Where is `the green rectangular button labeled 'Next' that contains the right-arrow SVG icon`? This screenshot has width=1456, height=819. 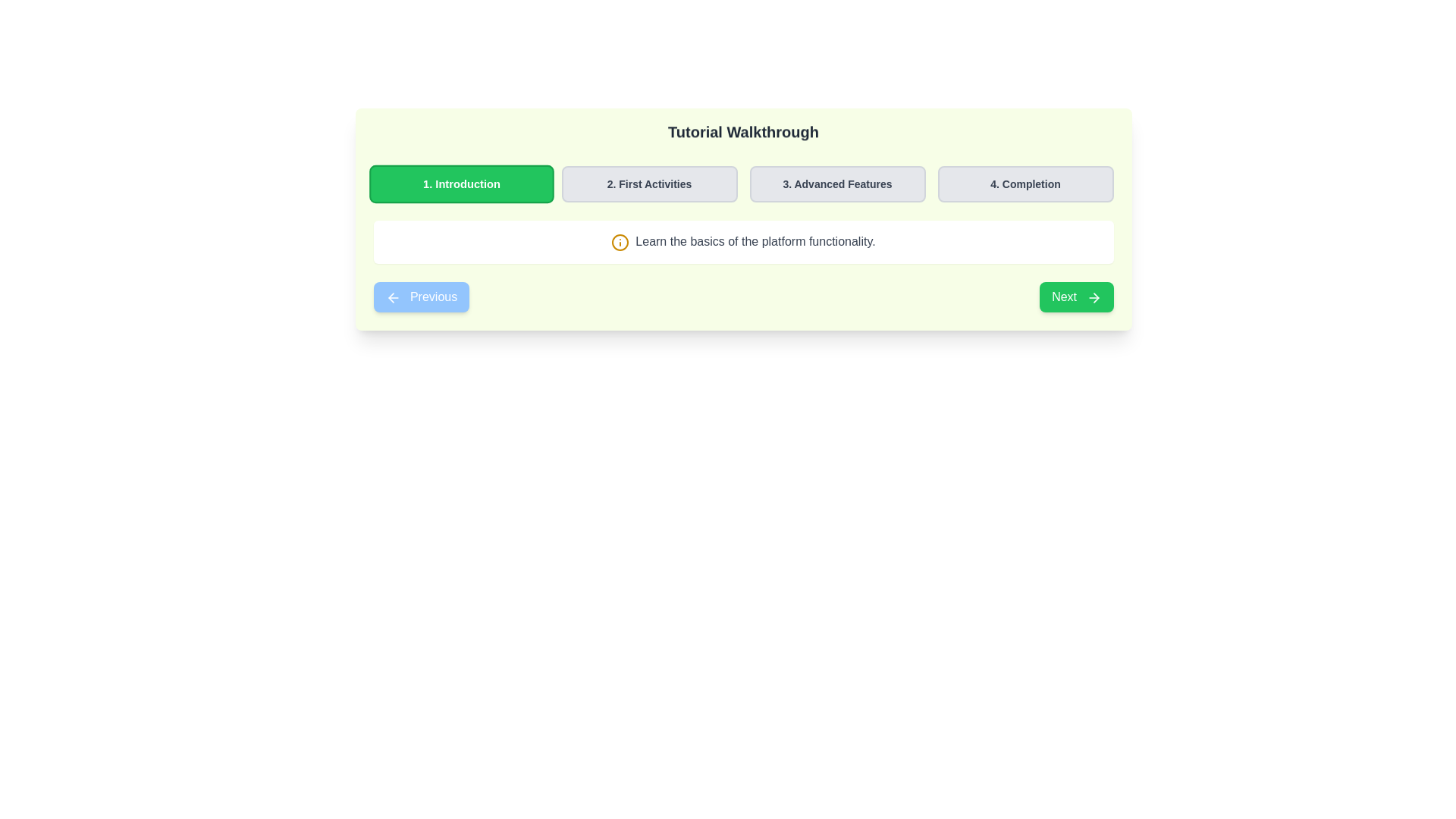
the green rectangular button labeled 'Next' that contains the right-arrow SVG icon is located at coordinates (1096, 297).